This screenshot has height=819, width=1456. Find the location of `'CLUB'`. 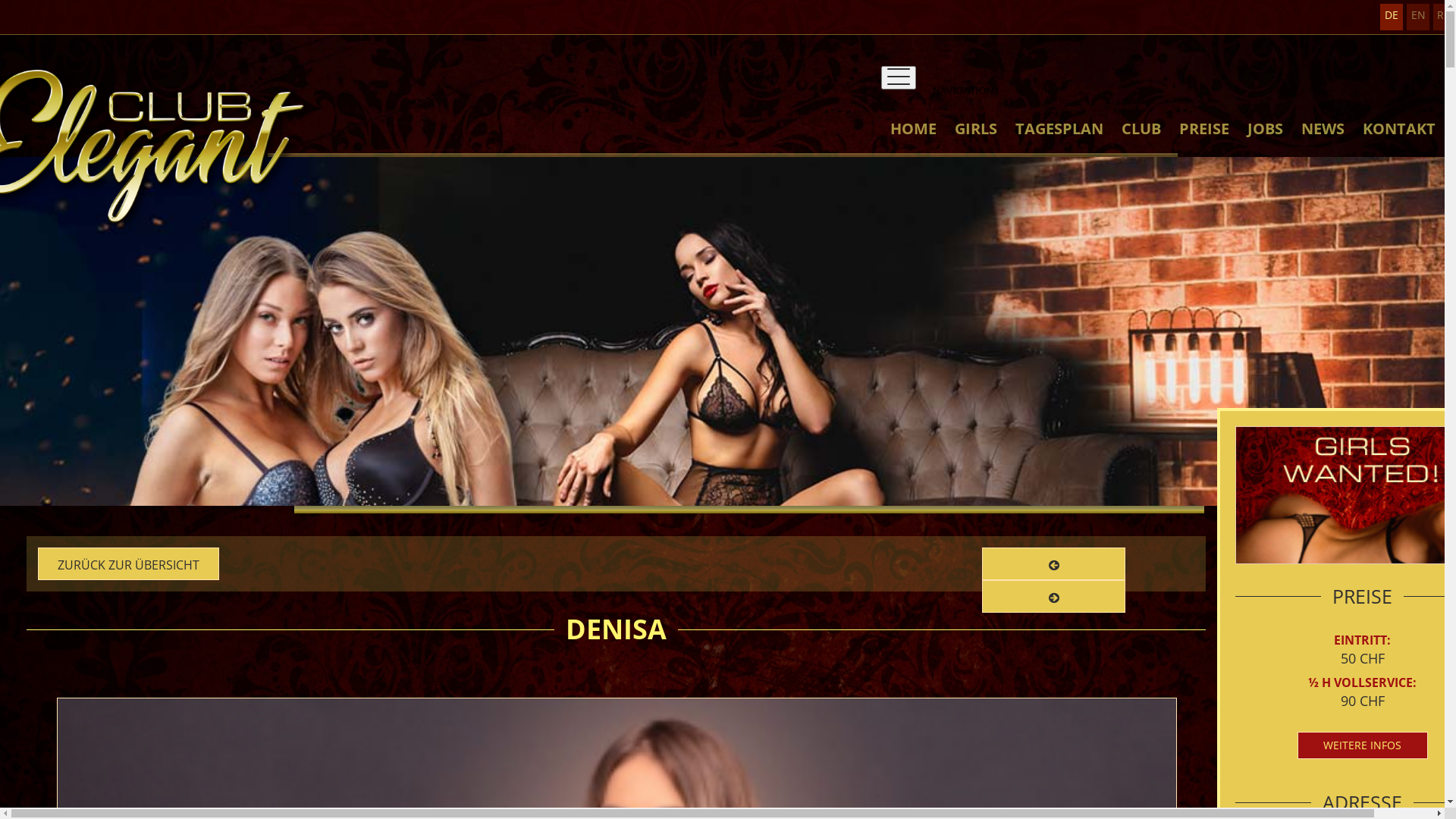

'CLUB' is located at coordinates (1141, 143).